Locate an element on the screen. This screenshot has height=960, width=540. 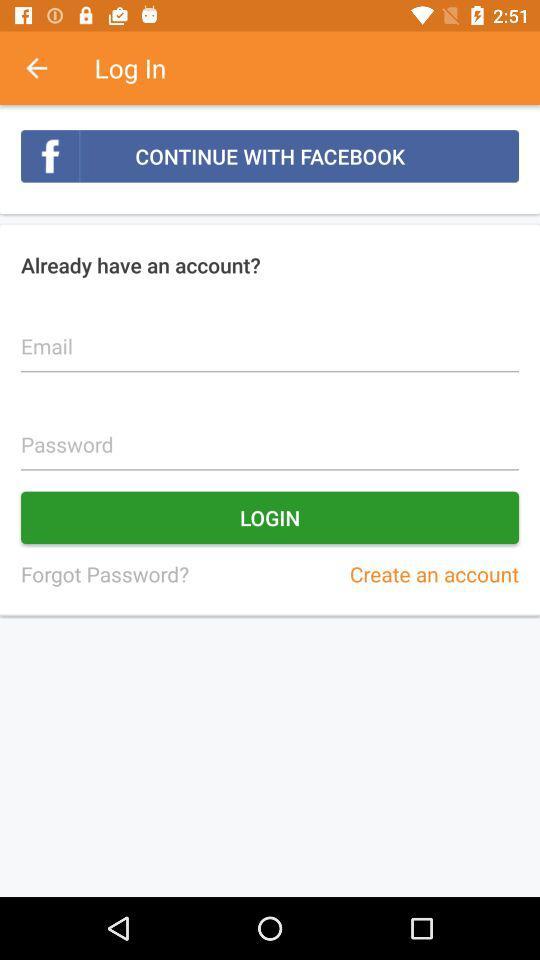
the forgot password? is located at coordinates (104, 574).